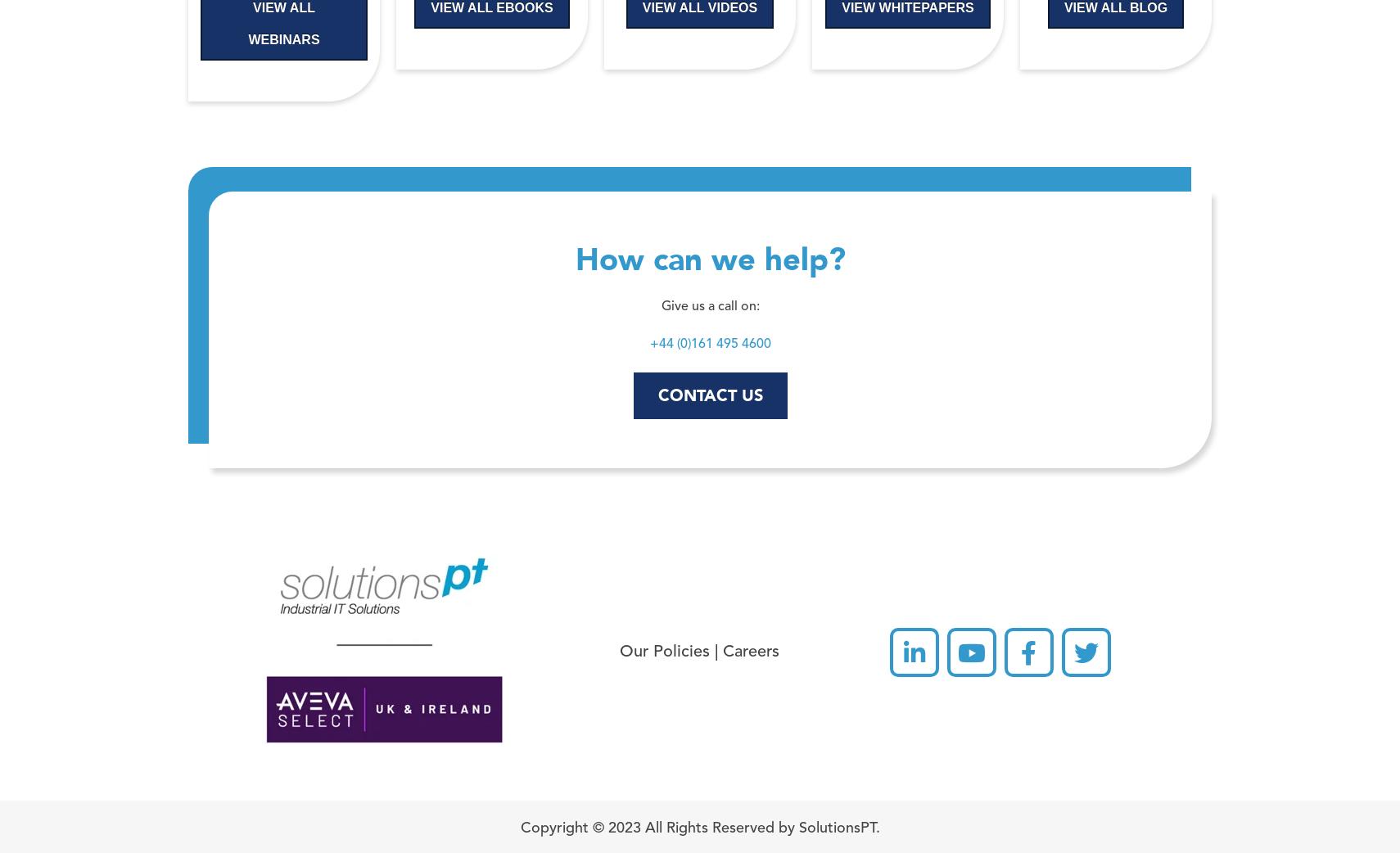 This screenshot has width=1400, height=853. I want to click on 'How can we help?', so click(574, 259).